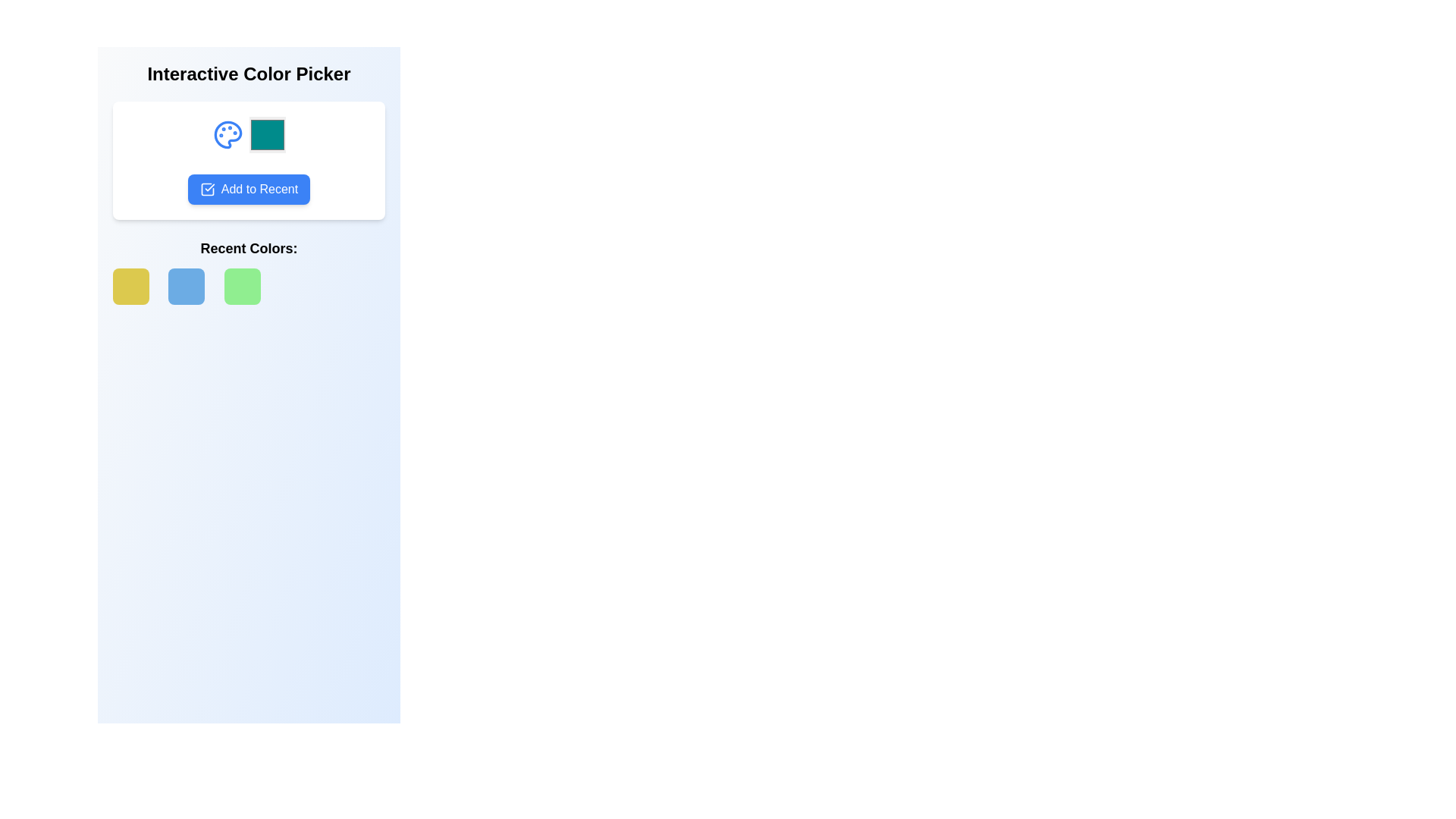 This screenshot has height=819, width=1456. What do you see at coordinates (241, 287) in the screenshot?
I see `the third color indicator box from the left in the 'Recent Colors' section` at bounding box center [241, 287].